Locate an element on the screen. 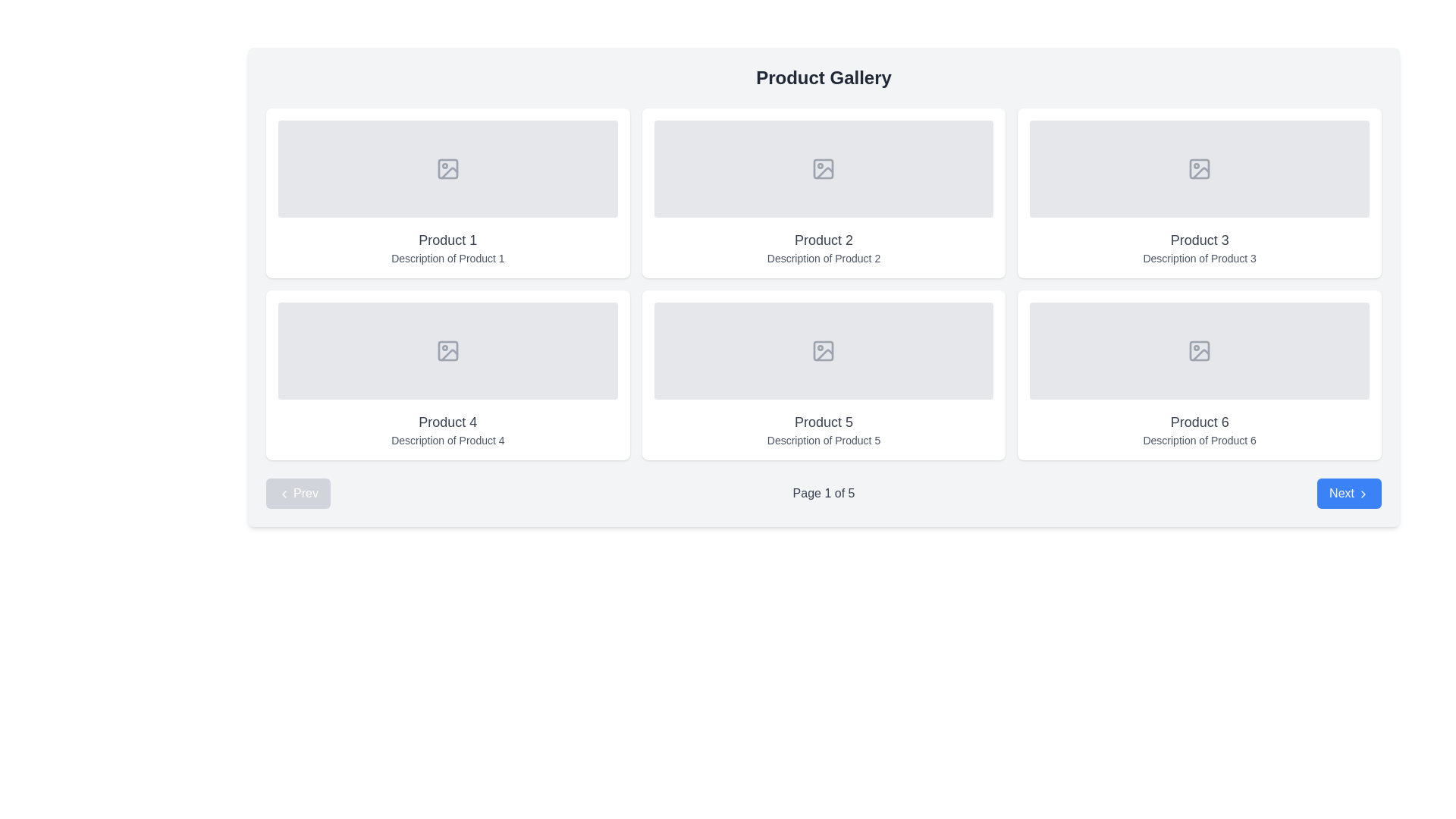 Image resolution: width=1456 pixels, height=819 pixels. the small light gray rectangular SVG element with rounded corners located within the picture frame icon of 'Product 2' in the product preview area is located at coordinates (823, 169).